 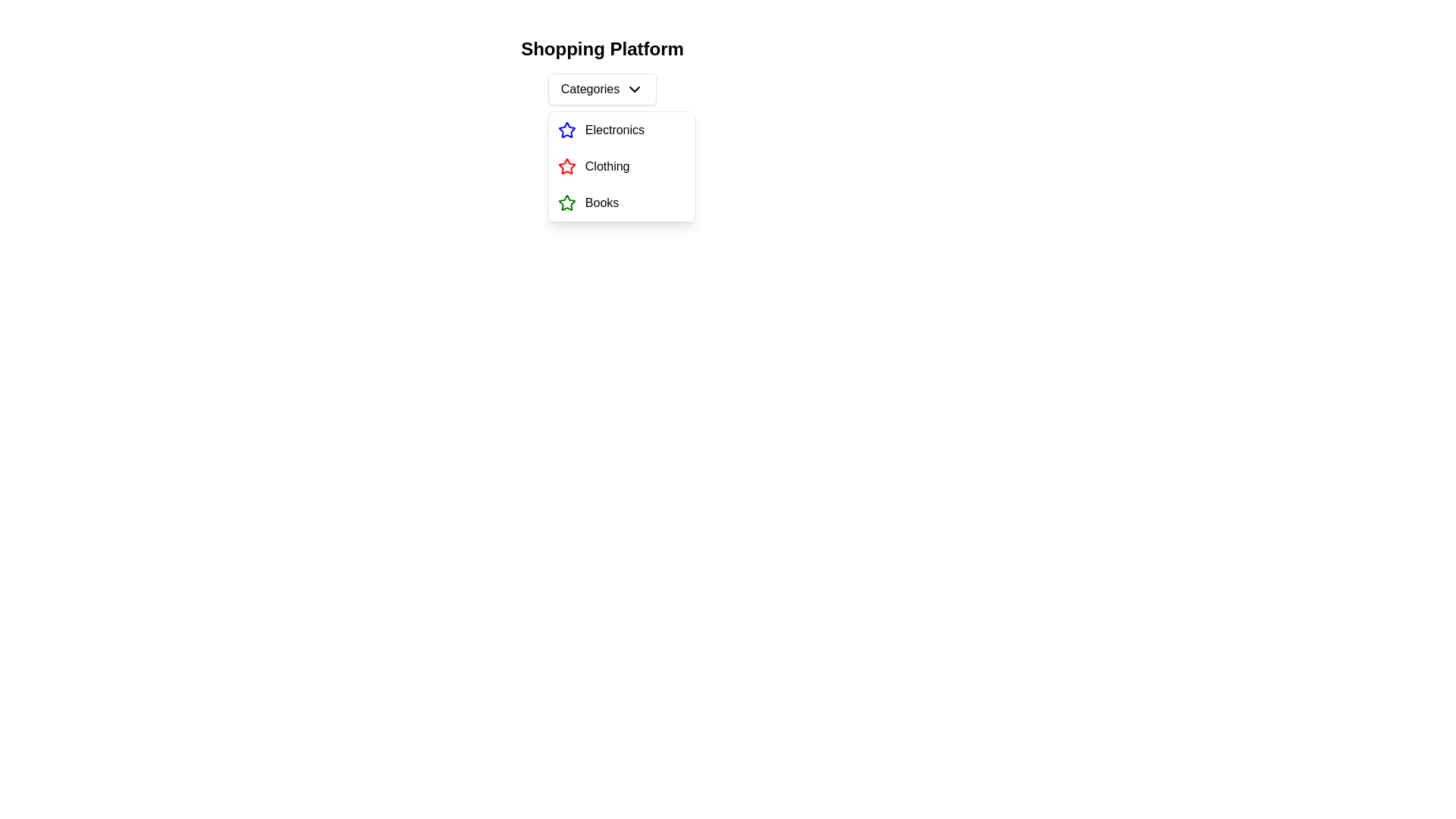 I want to click on the 'Clothing' menu item, which is the second option in a vertical list within a dropdown menu, so click(x=621, y=166).